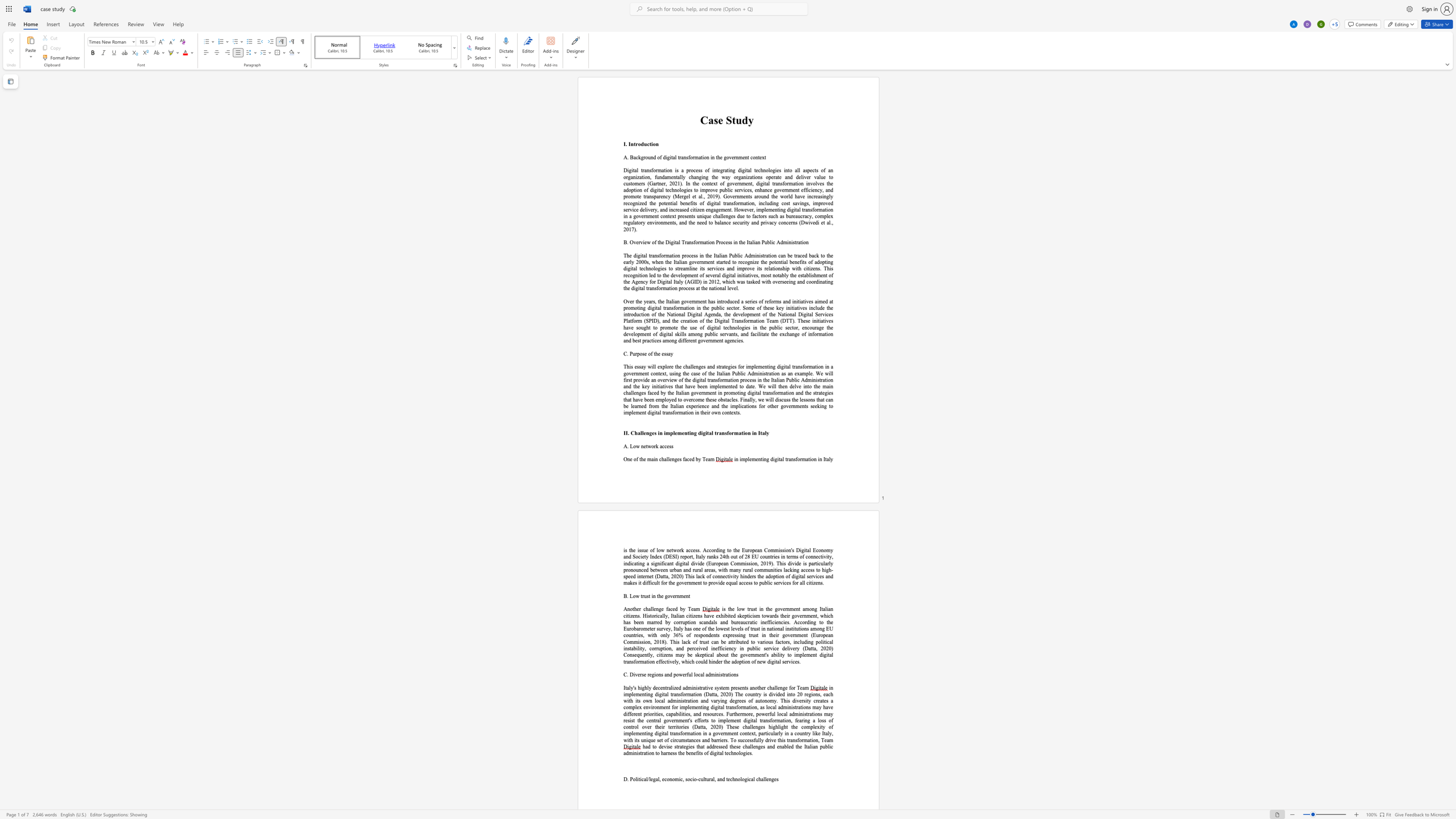 This screenshot has height=819, width=1456. I want to click on the space between the continuous character "o" and "f" in the text, so click(654, 241).